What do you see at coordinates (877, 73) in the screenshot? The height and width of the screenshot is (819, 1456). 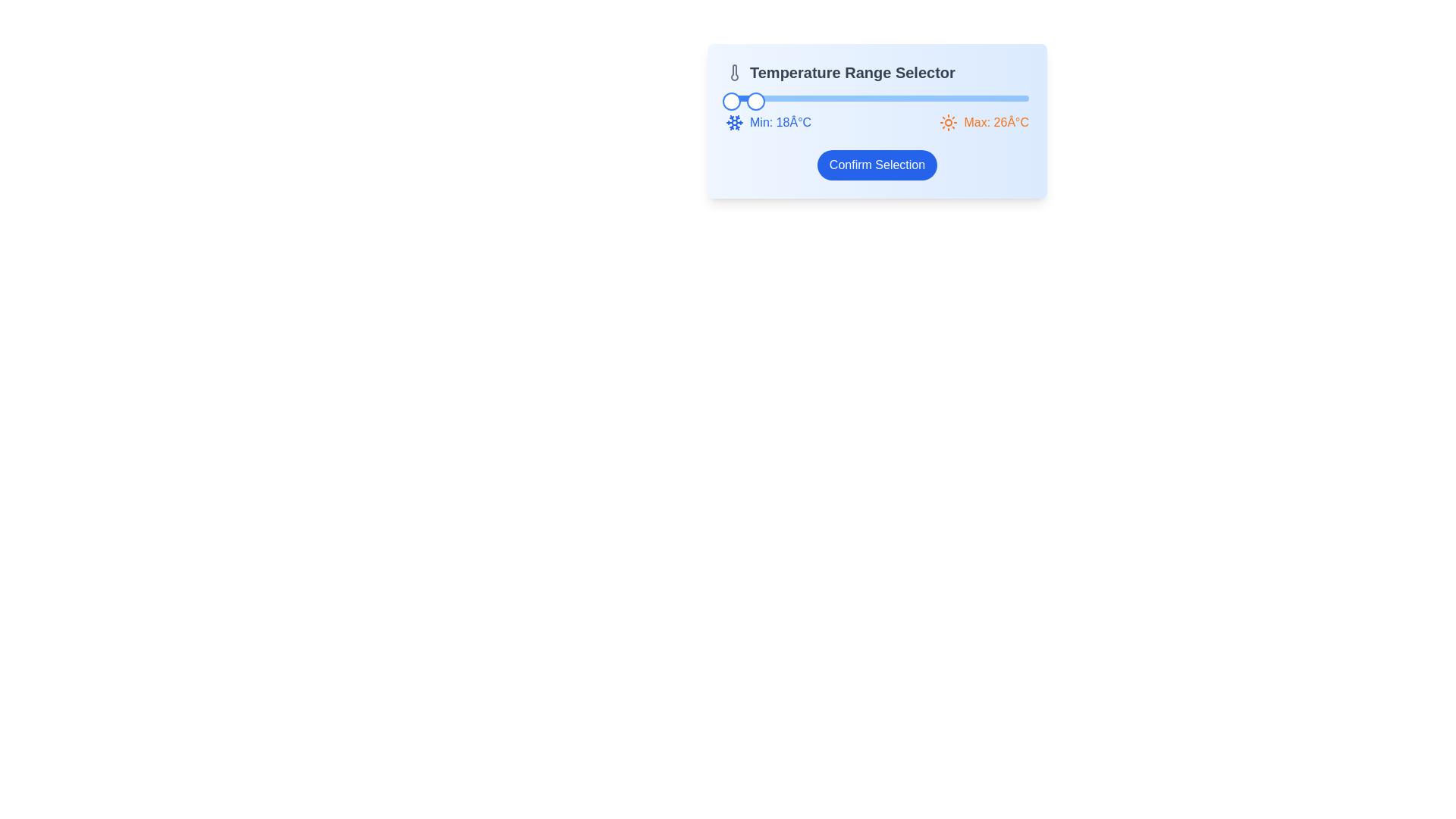 I see `the 'Temperature Range Selector' text label with thermometer icon for accessibility navigation` at bounding box center [877, 73].